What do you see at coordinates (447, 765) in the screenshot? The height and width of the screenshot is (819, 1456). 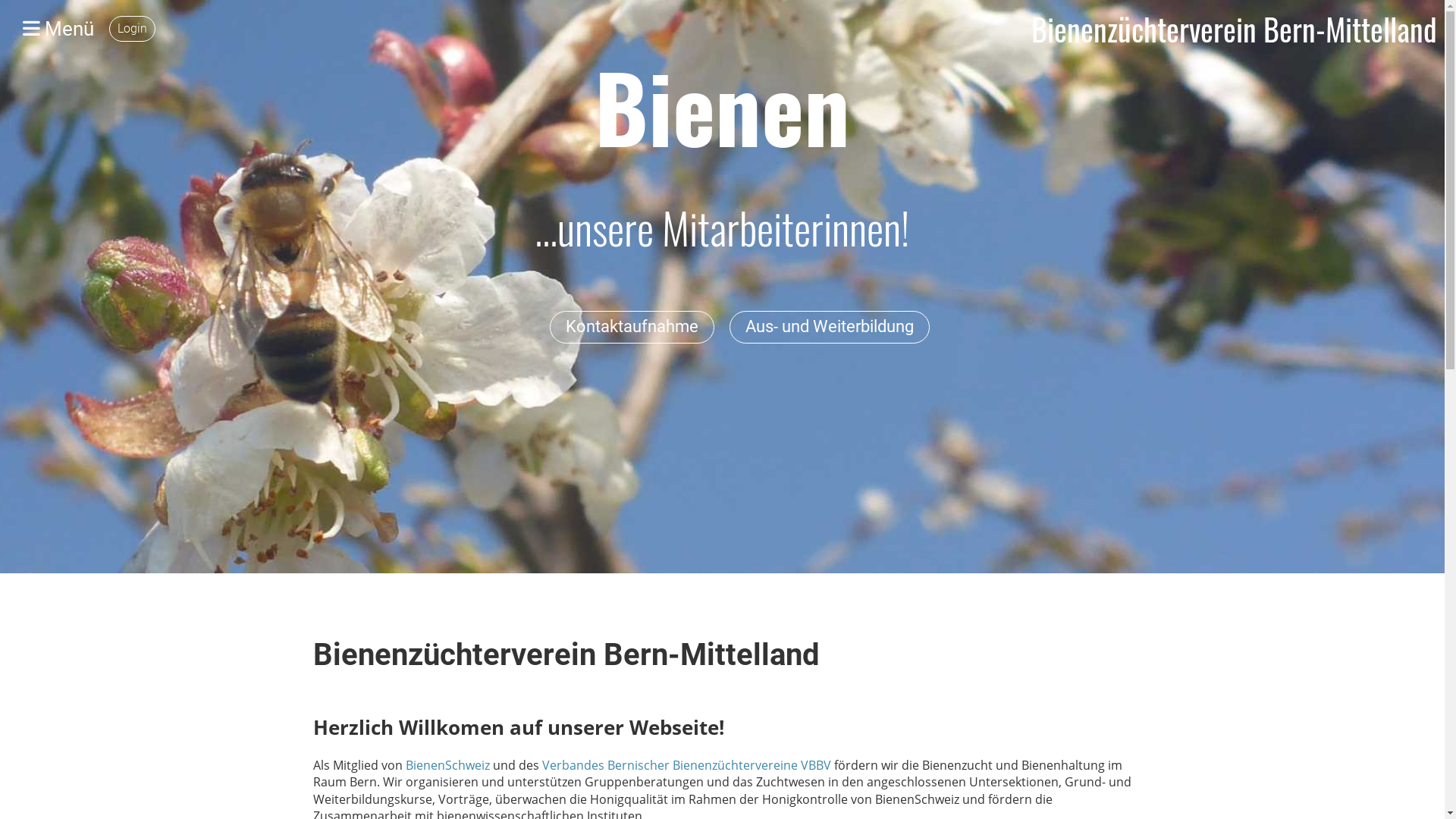 I see `'BienenSchweiz'` at bounding box center [447, 765].